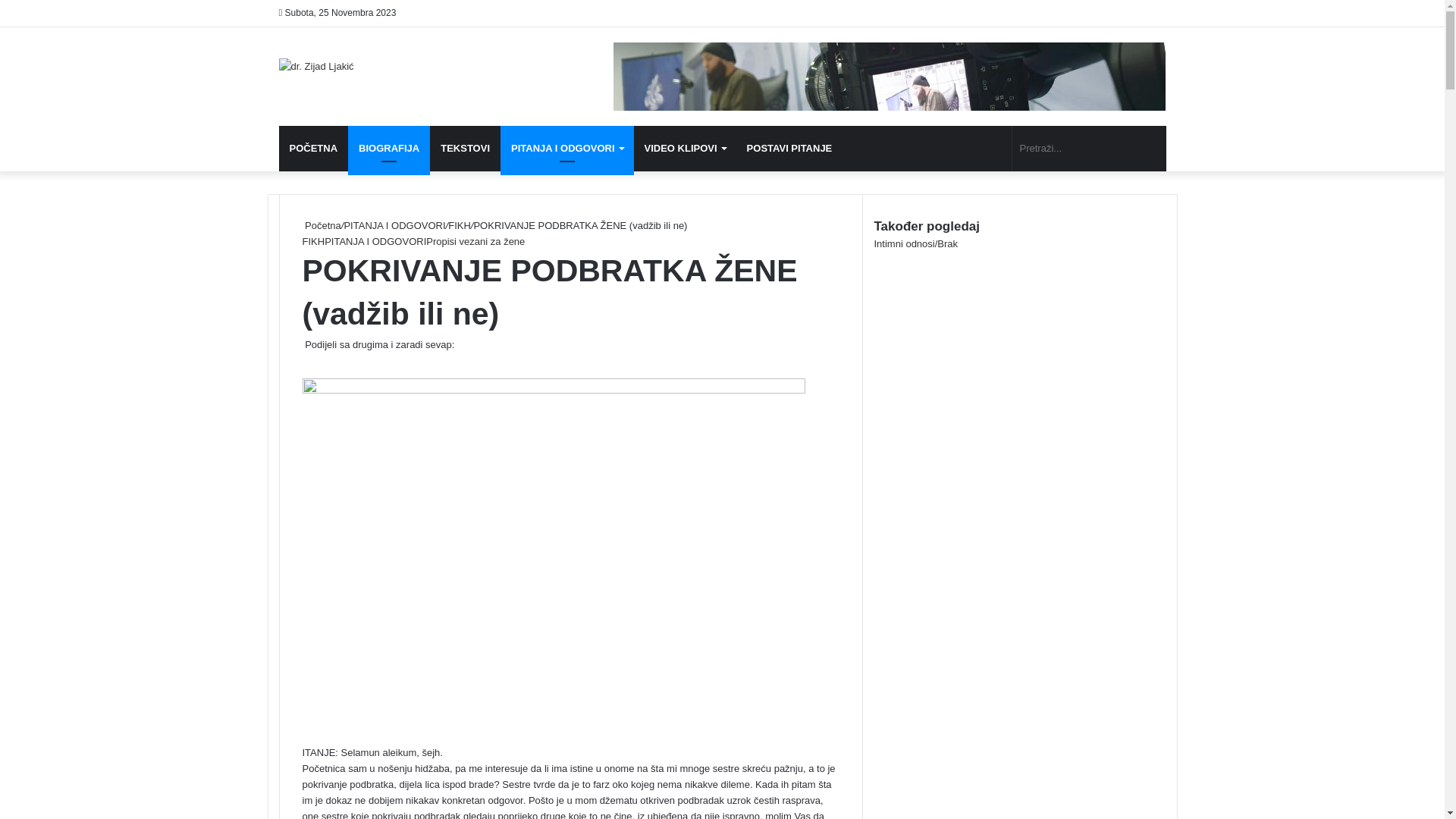 This screenshot has height=819, width=1456. What do you see at coordinates (389, 149) in the screenshot?
I see `'BIOGRAFIJA'` at bounding box center [389, 149].